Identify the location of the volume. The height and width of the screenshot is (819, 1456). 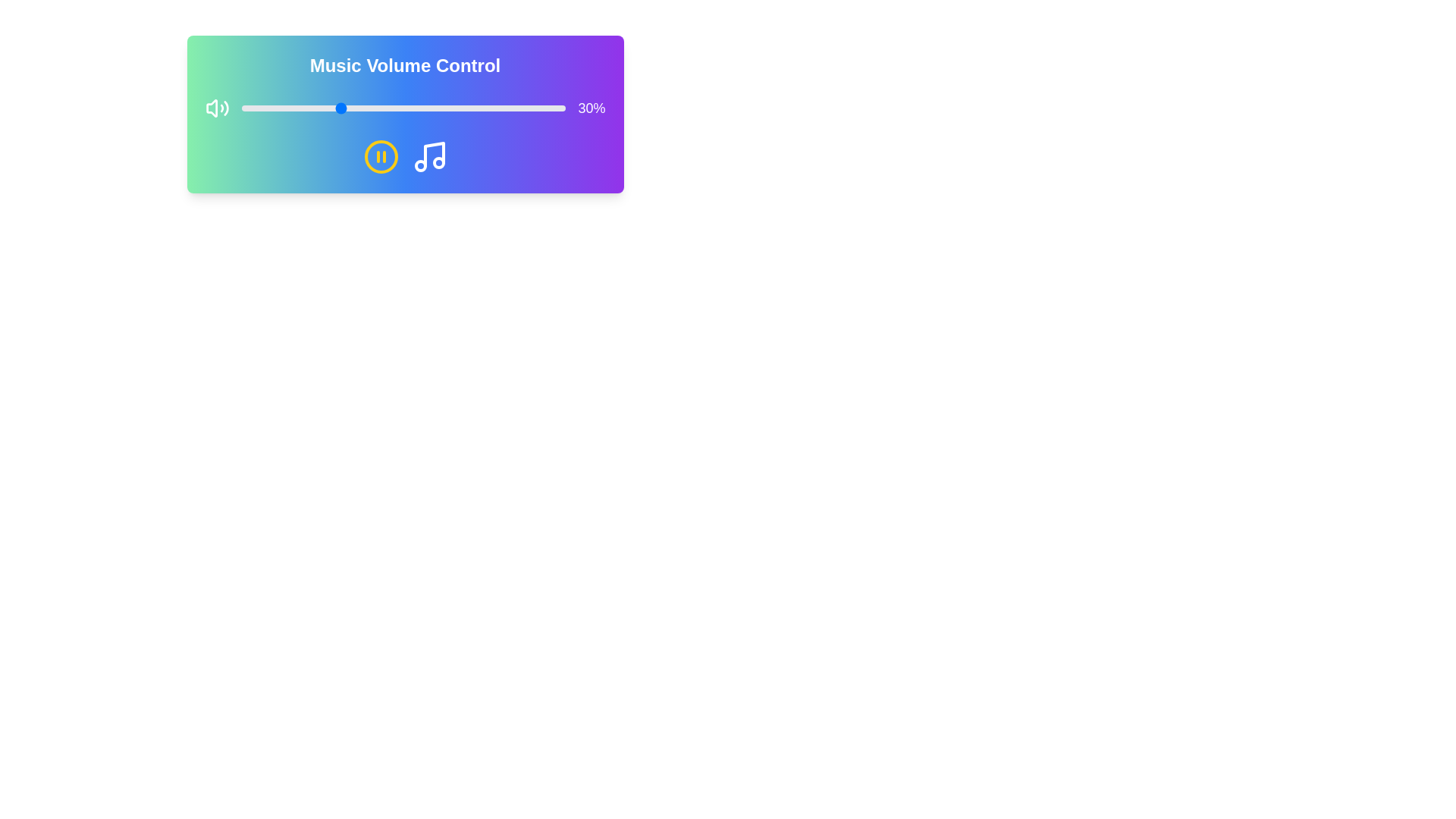
(516, 107).